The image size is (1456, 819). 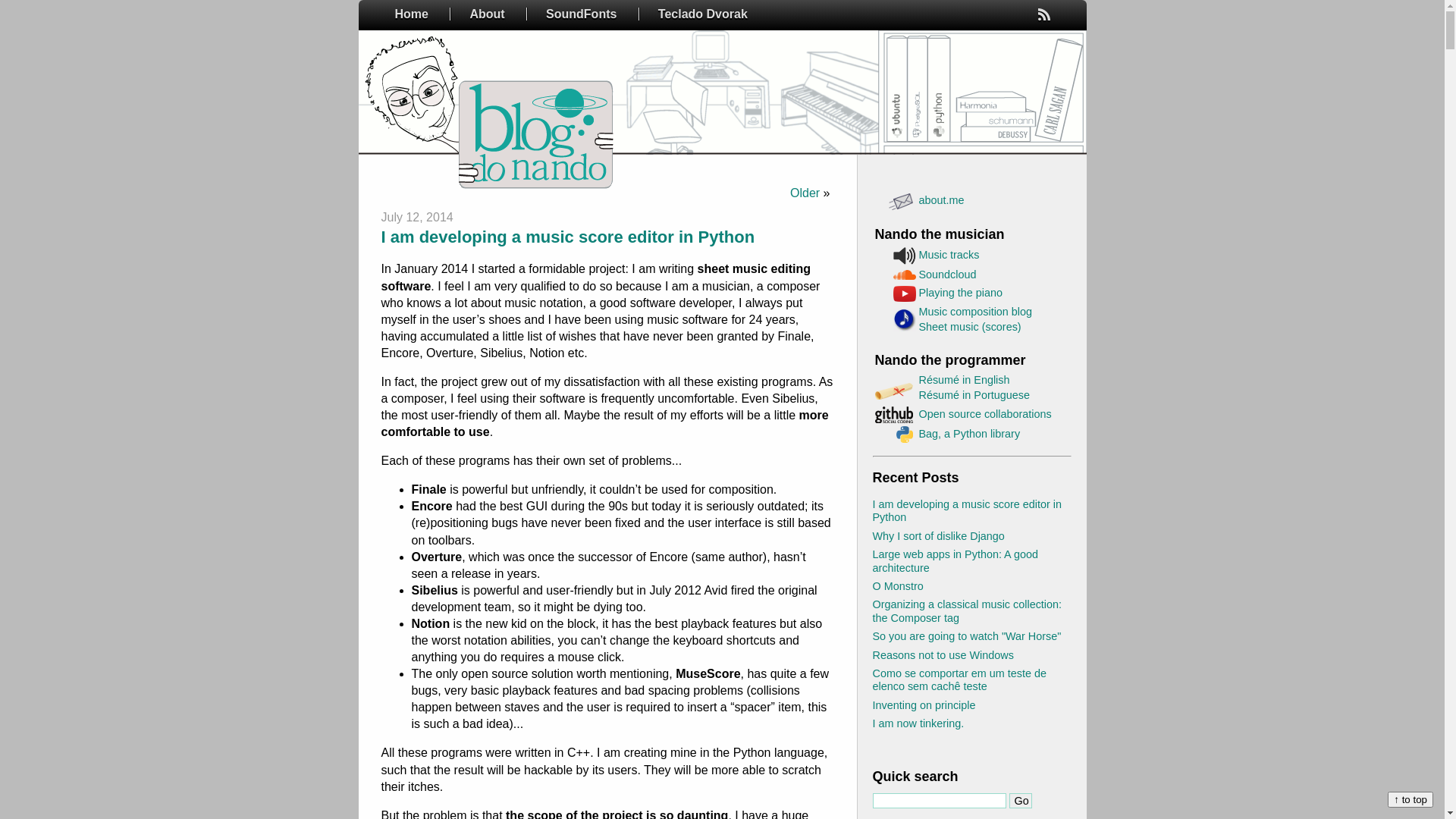 I want to click on 'Soundcloud', so click(x=918, y=275).